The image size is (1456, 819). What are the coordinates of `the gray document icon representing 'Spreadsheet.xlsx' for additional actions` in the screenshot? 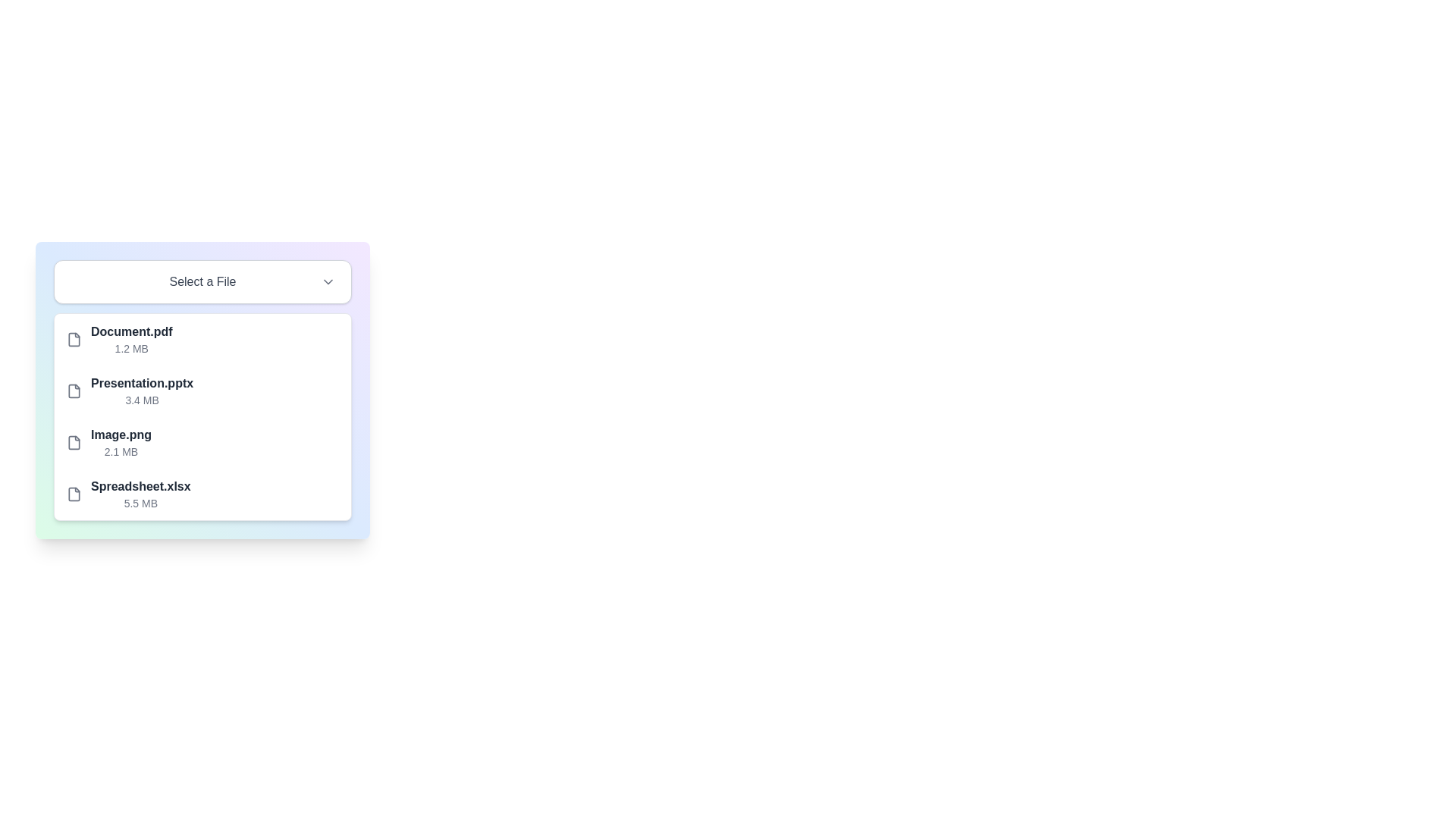 It's located at (73, 494).